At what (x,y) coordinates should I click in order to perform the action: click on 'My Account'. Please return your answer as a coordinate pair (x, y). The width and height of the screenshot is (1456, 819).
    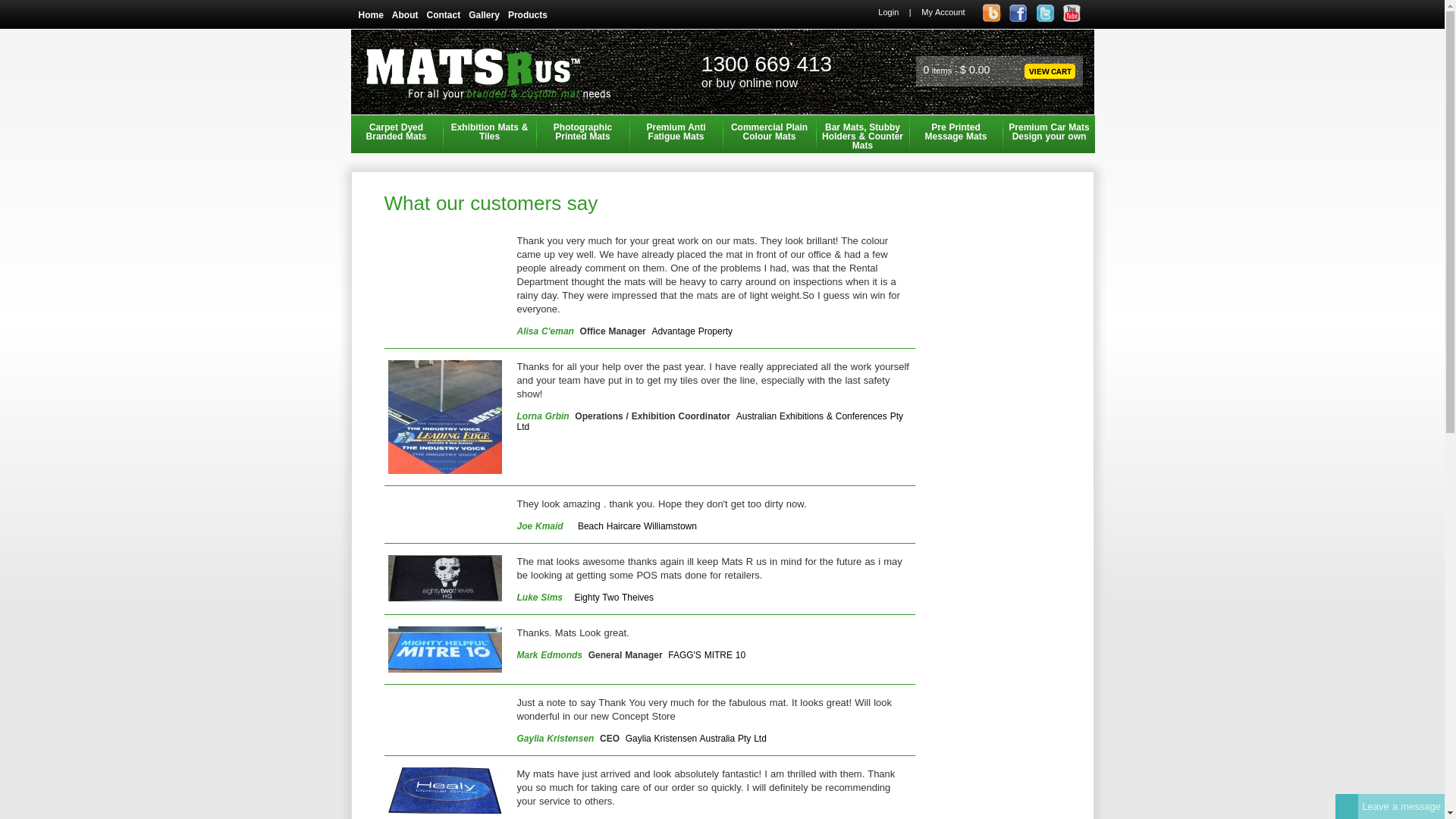
    Looking at the image, I should click on (942, 11).